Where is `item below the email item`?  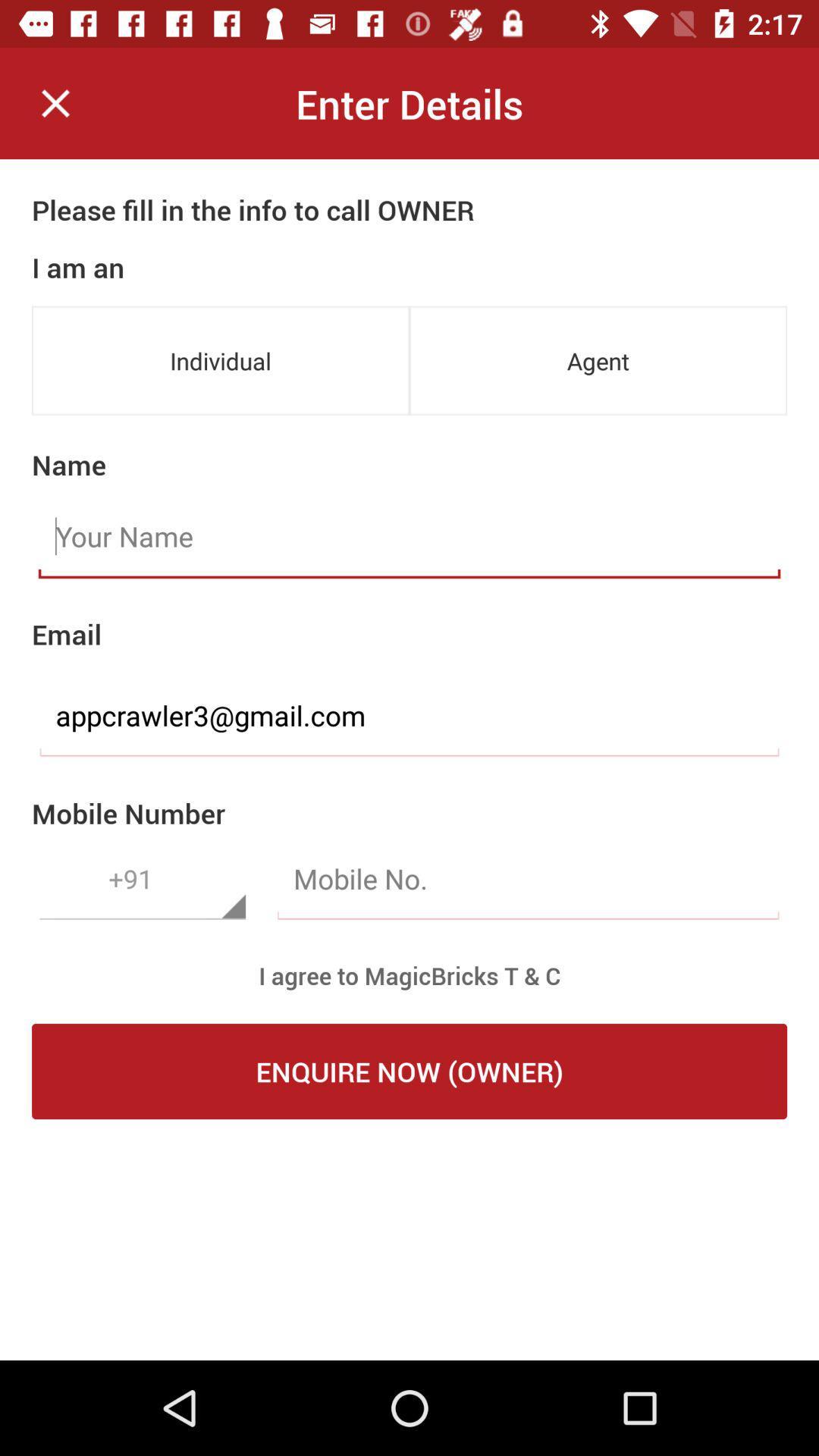
item below the email item is located at coordinates (409, 716).